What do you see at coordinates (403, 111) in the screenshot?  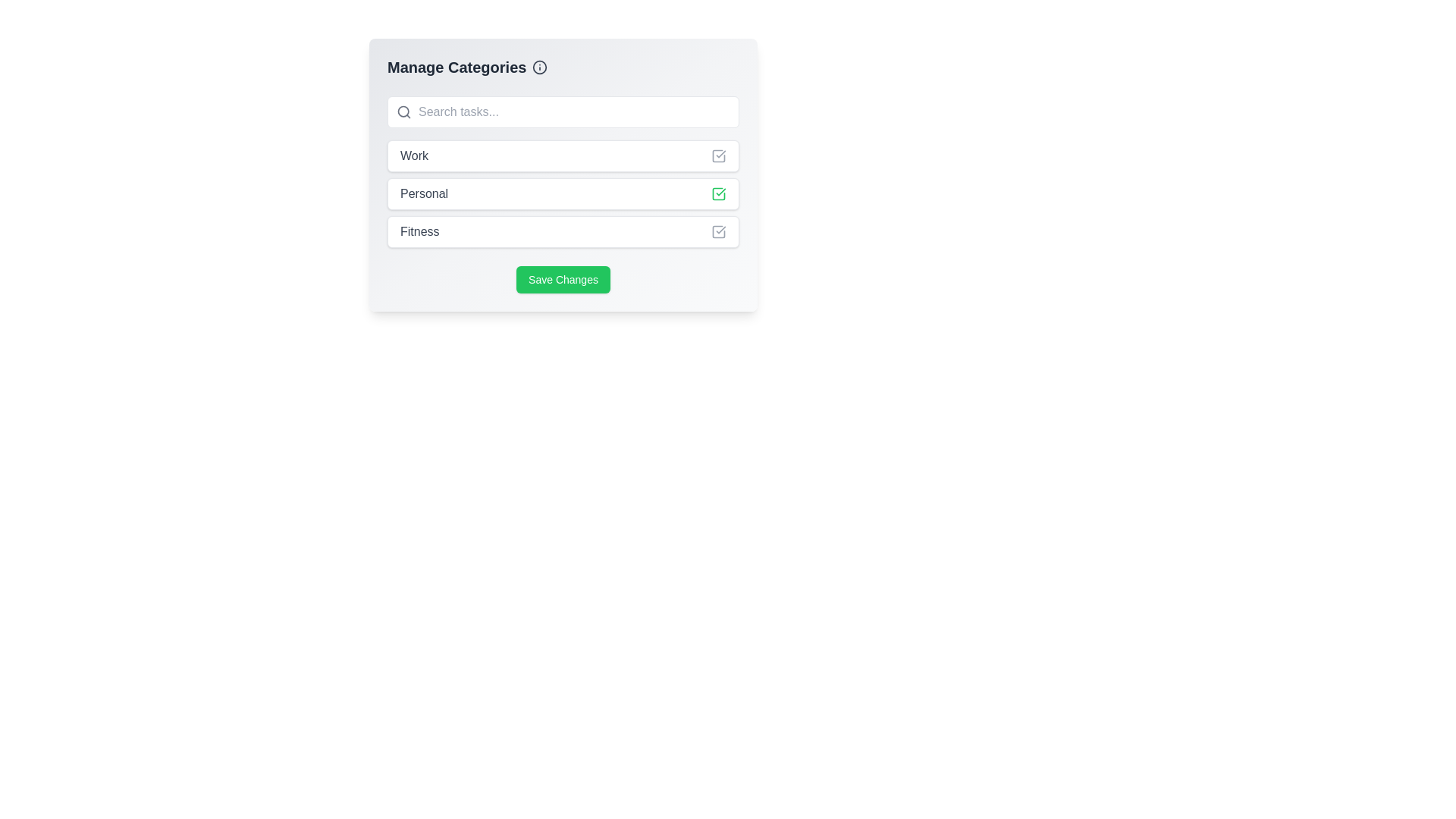 I see `the magnifying glass icon located within the 'Manage Categories' panel's search input field, adjacent to the placeholder text 'Search tasks...'` at bounding box center [403, 111].